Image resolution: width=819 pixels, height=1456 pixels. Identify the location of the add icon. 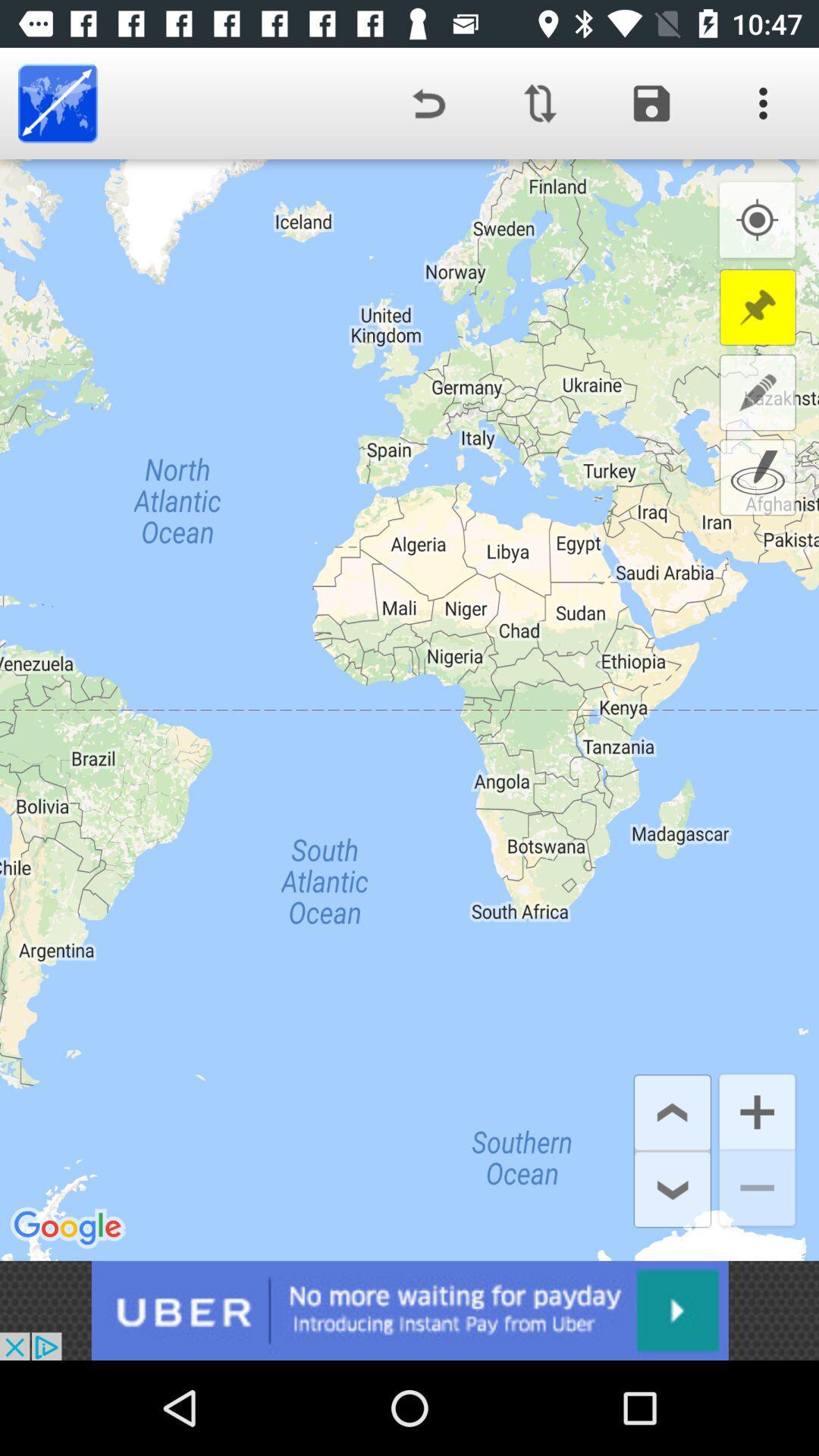
(757, 1110).